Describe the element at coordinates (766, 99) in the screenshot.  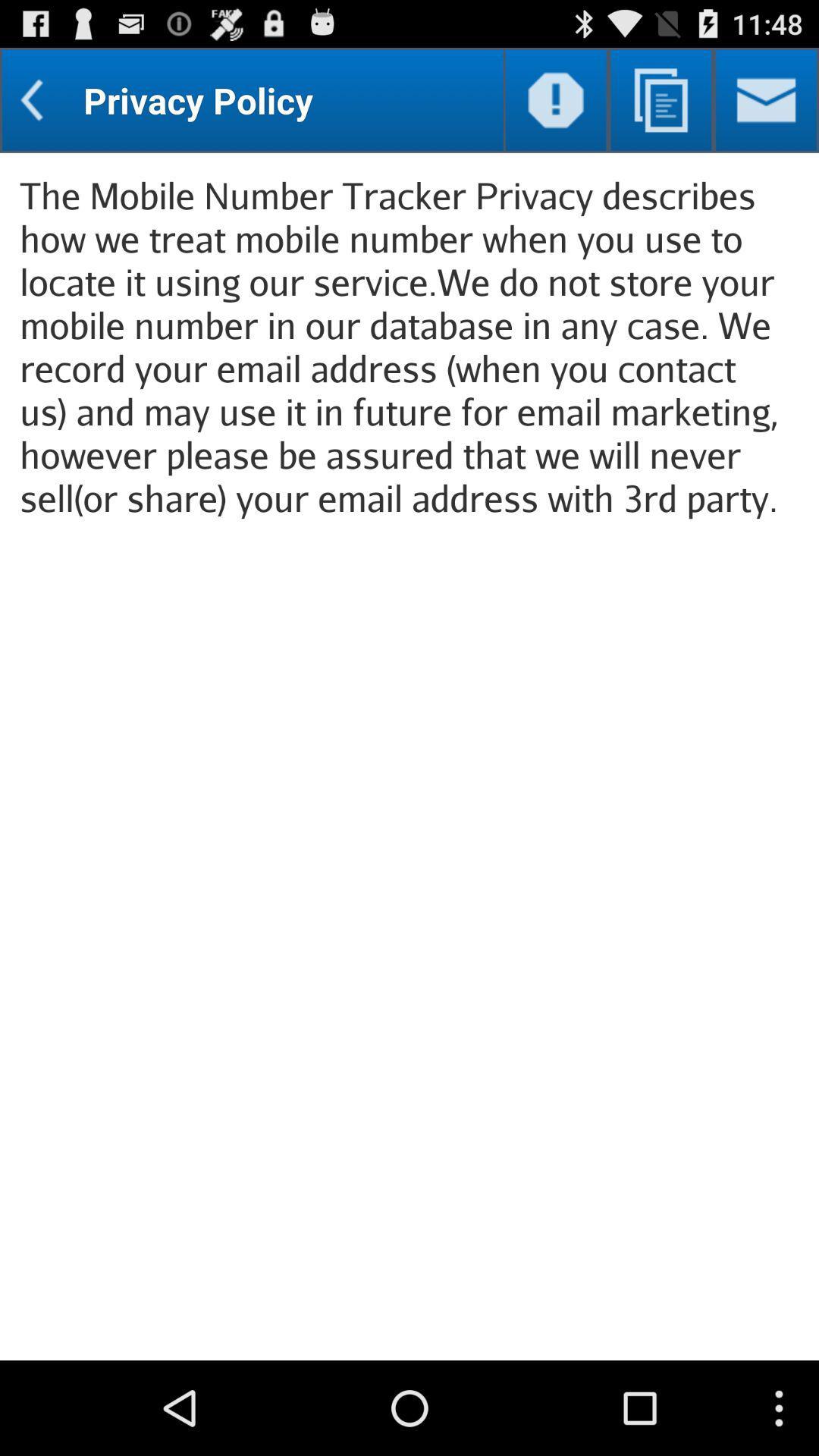
I see `send an e-mail` at that location.